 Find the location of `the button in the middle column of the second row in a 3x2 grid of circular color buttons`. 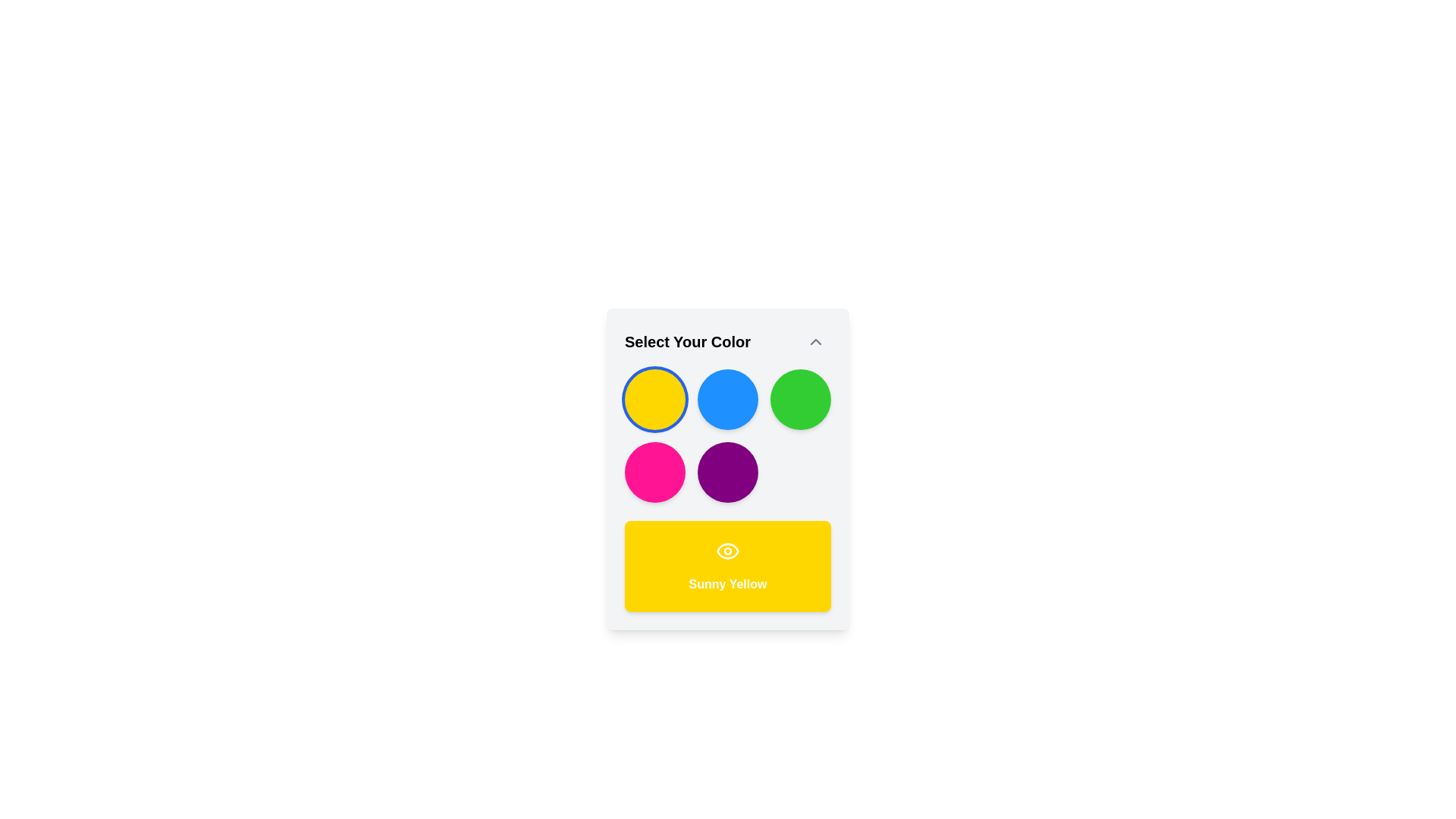

the button in the middle column of the second row in a 3x2 grid of circular color buttons is located at coordinates (728, 472).